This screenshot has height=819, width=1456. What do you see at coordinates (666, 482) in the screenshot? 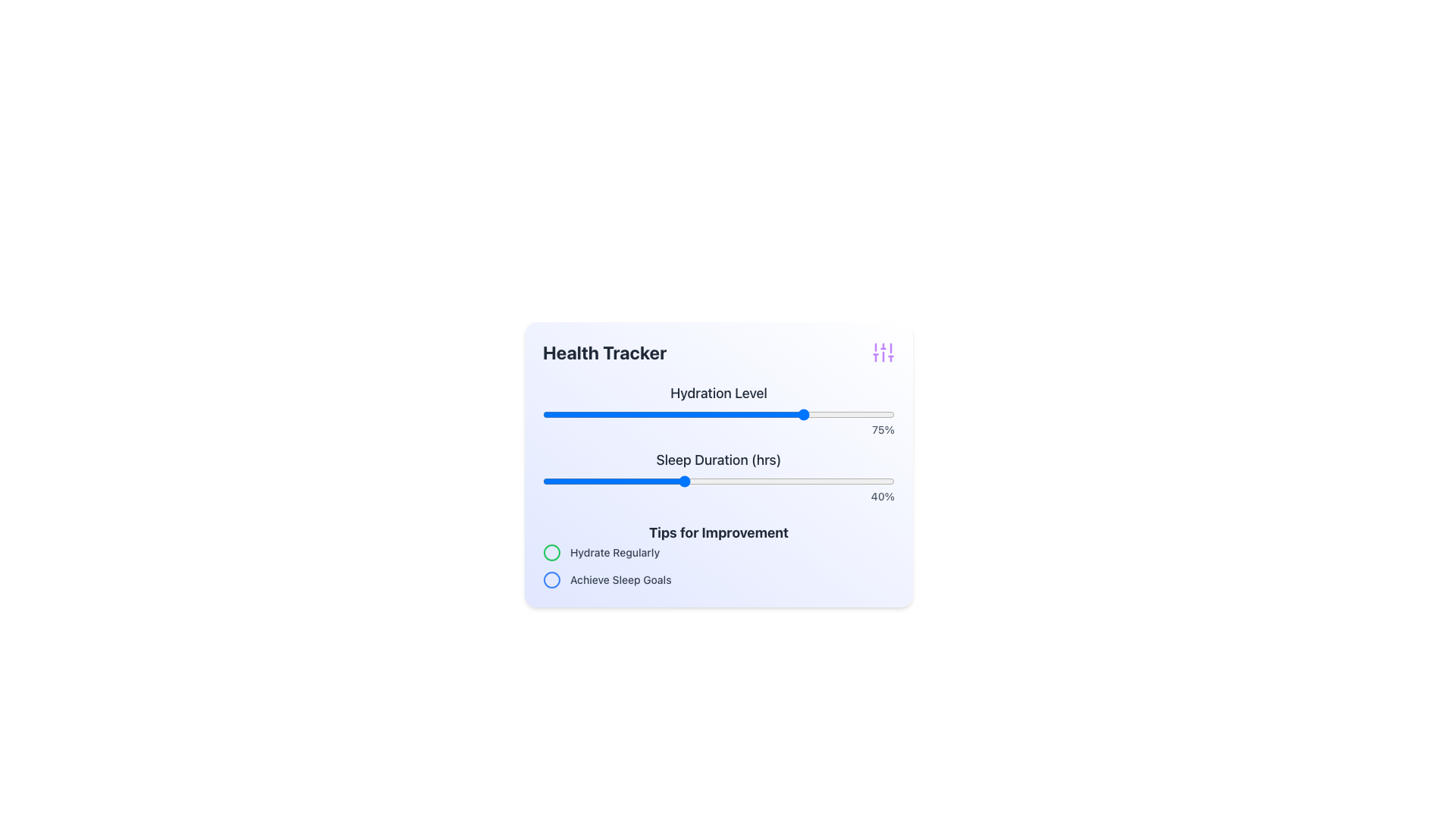
I see `the sleep duration` at bounding box center [666, 482].